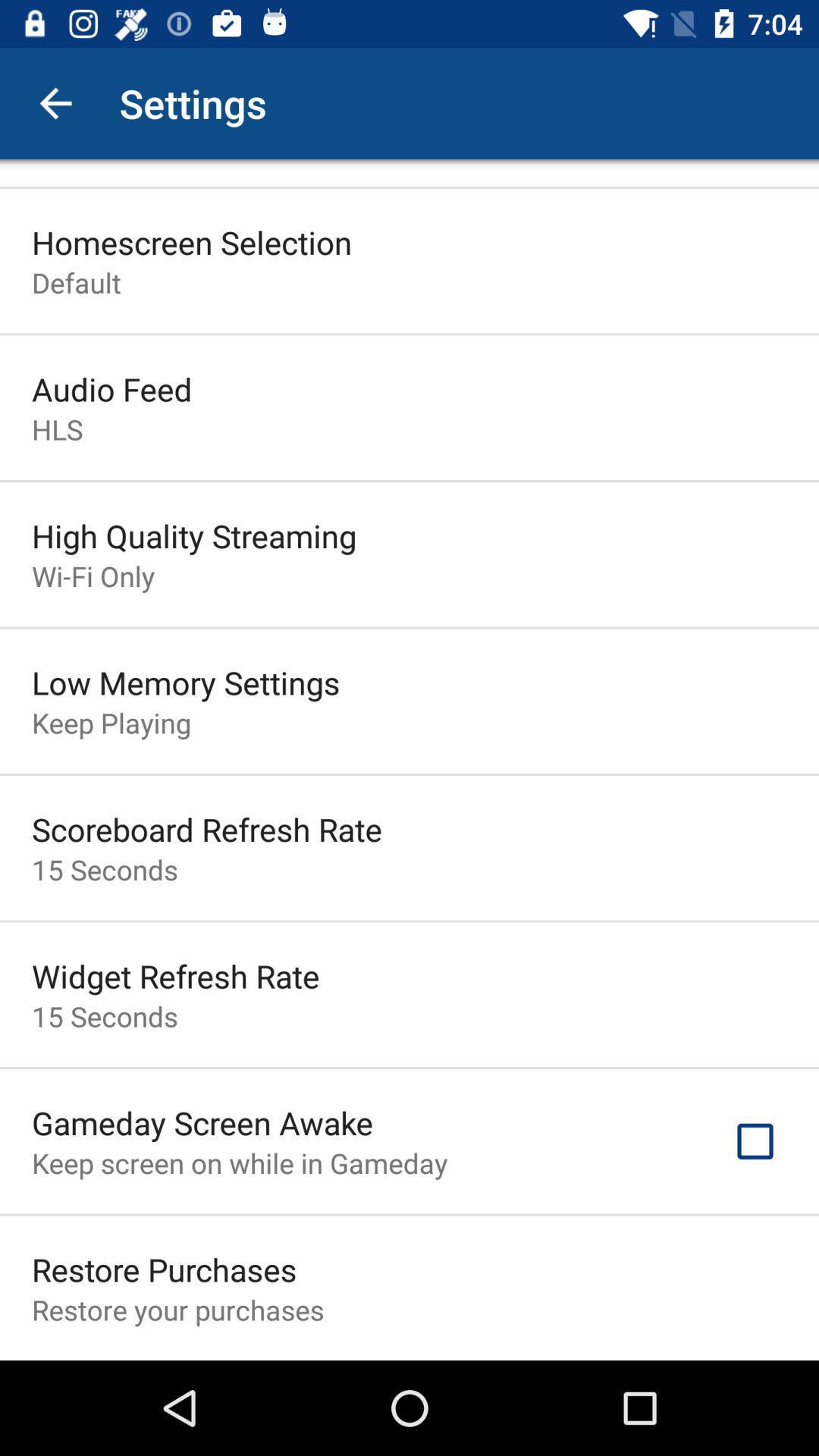 The height and width of the screenshot is (1456, 819). Describe the element at coordinates (185, 682) in the screenshot. I see `the item above the keep playing item` at that location.